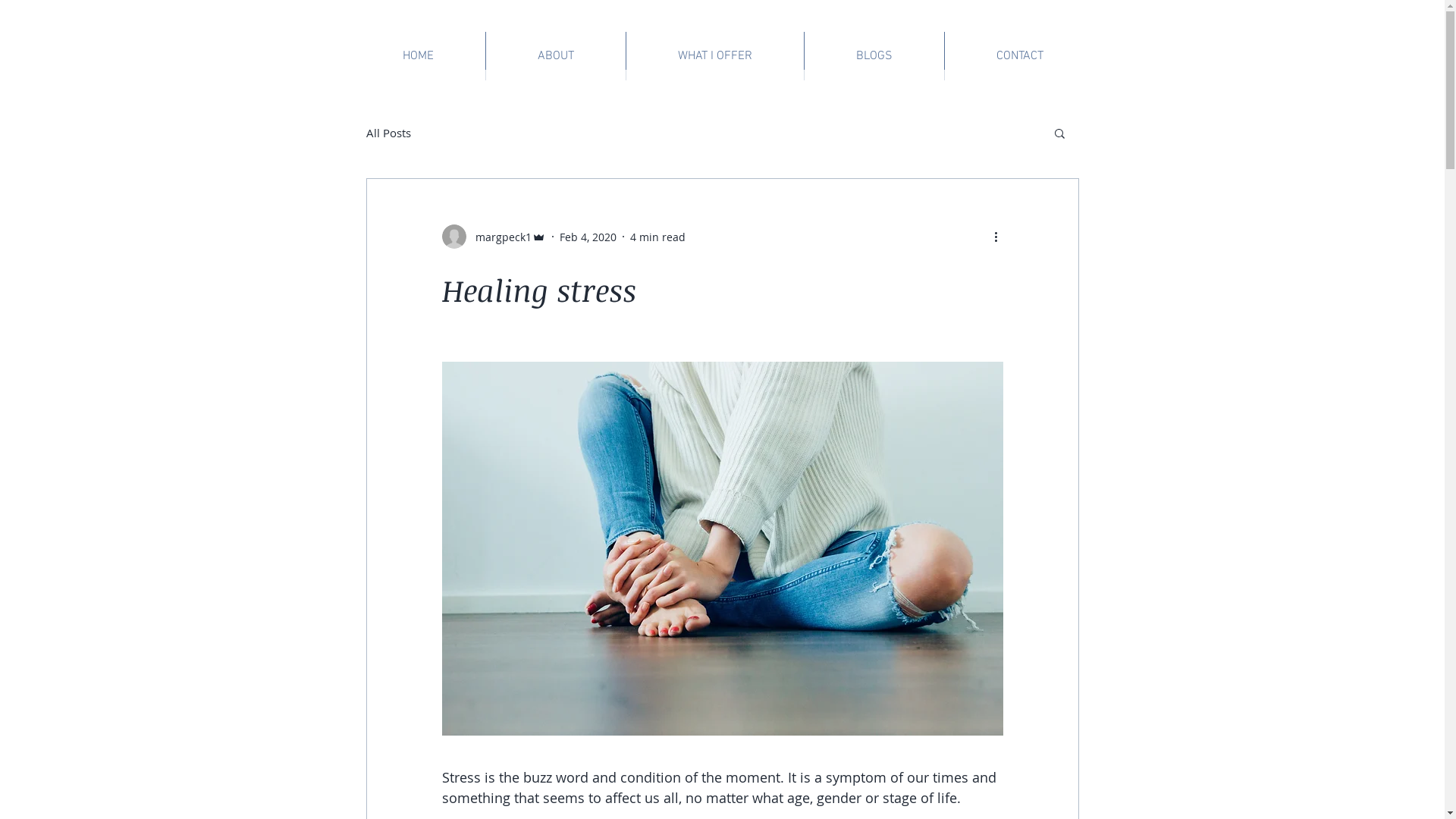 This screenshot has height=819, width=1456. I want to click on 'WHAT I OFFER', so click(626, 55).